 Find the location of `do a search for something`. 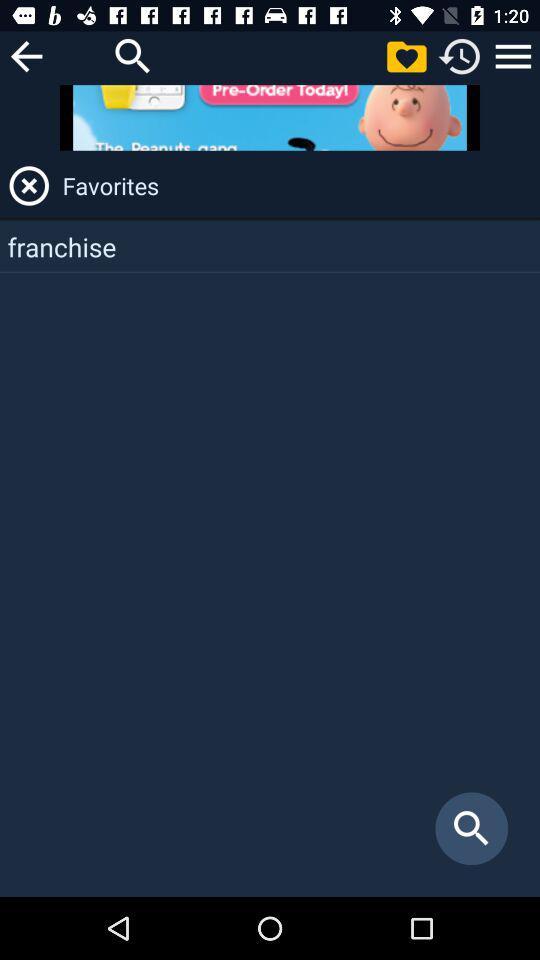

do a search for something is located at coordinates (133, 55).